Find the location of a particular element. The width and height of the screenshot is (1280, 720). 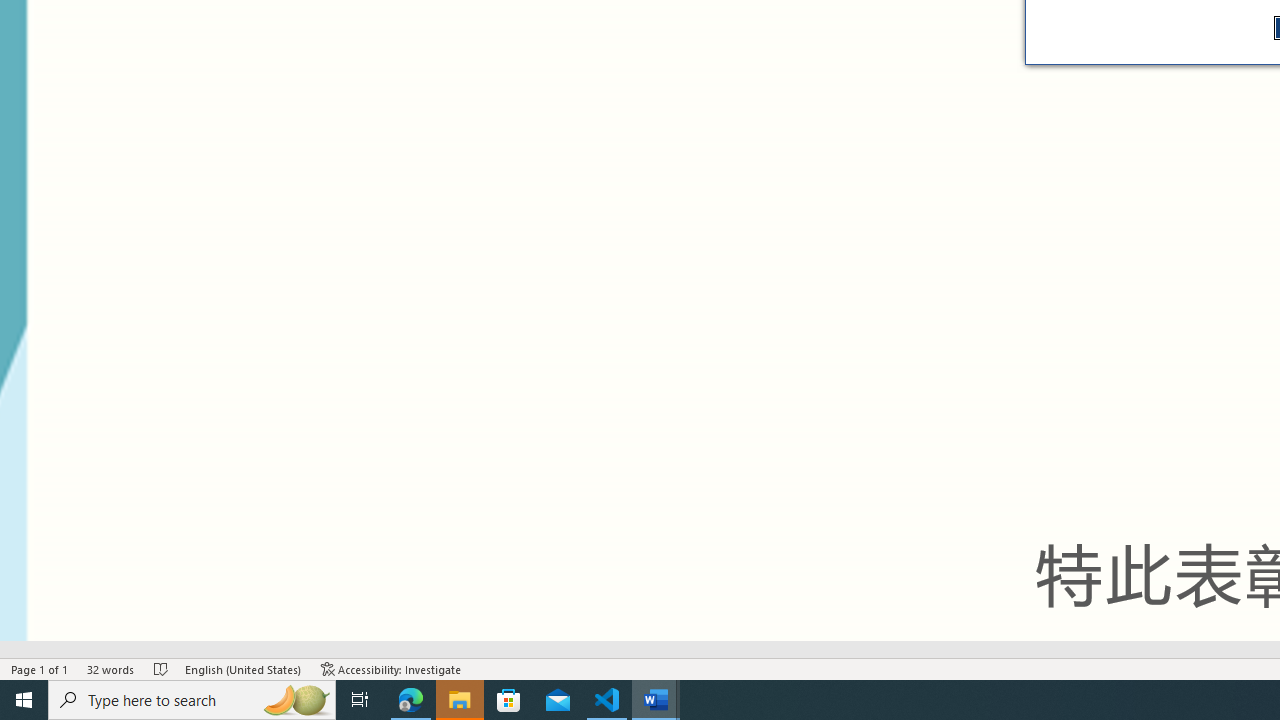

'Microsoft Edge - 1 running window' is located at coordinates (410, 698).